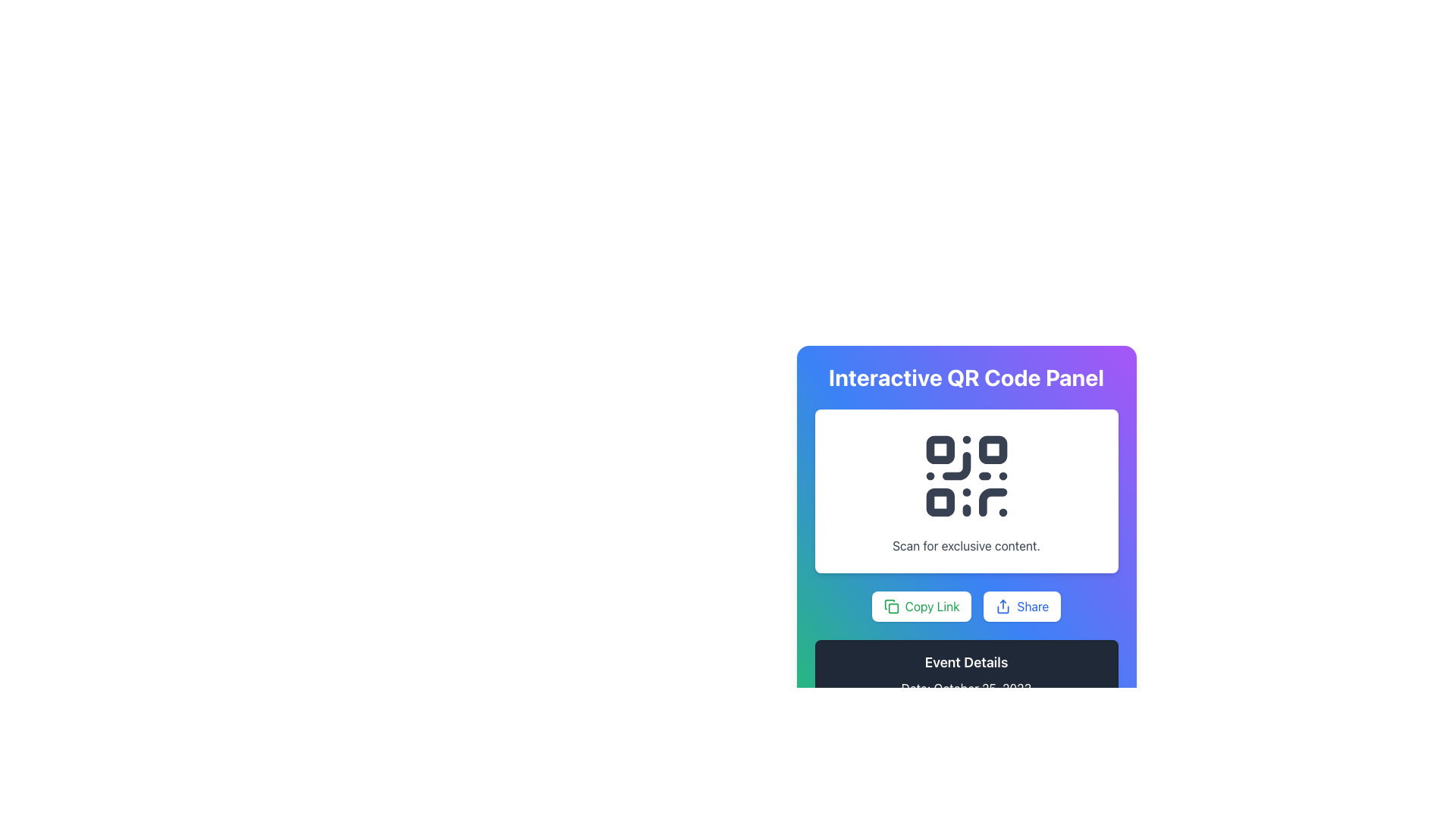 The height and width of the screenshot is (819, 1456). I want to click on the bottom-left square component of the QR code displayed in the middle of the card interface, so click(939, 502).